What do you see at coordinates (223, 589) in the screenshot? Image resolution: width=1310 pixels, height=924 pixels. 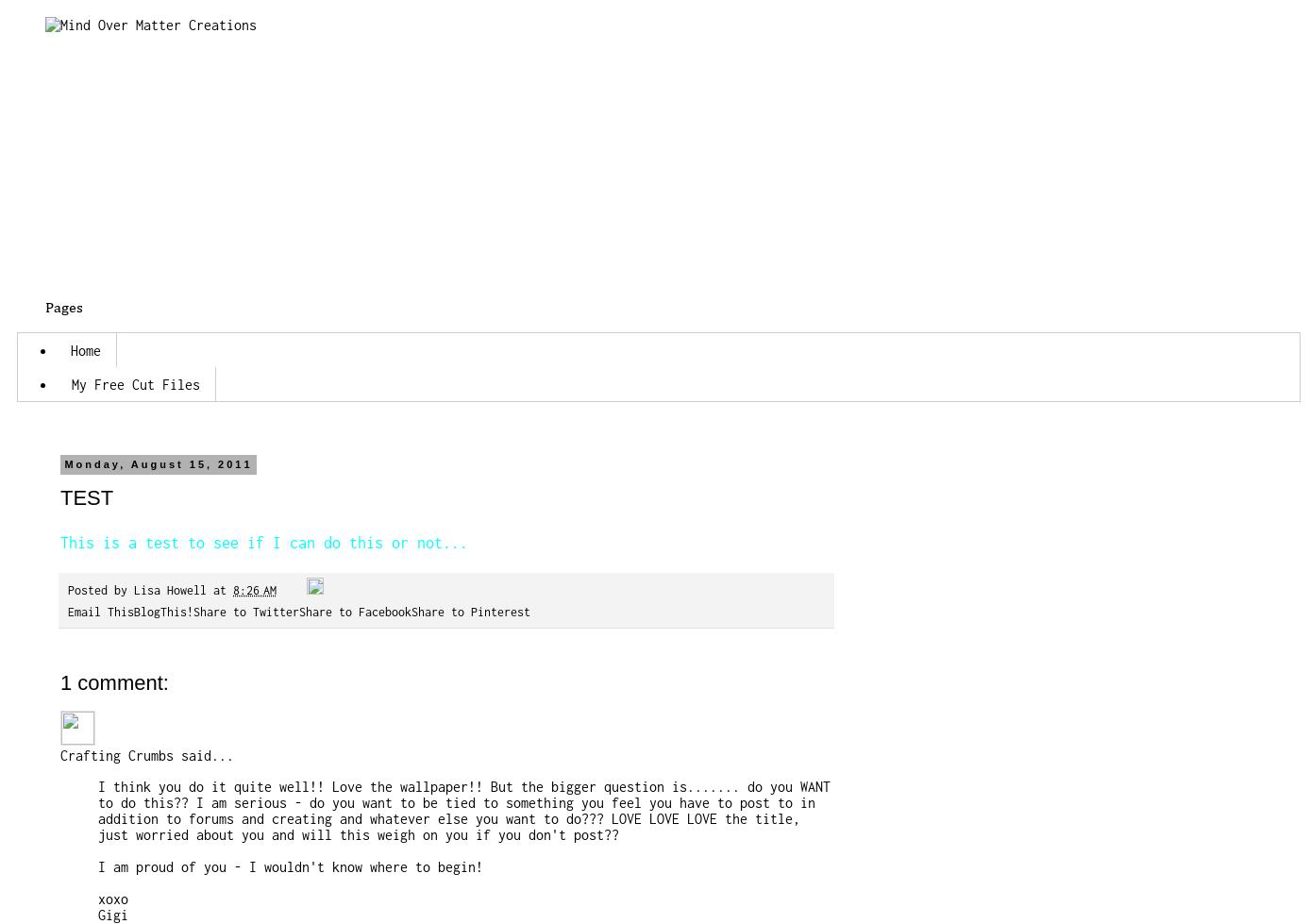 I see `'at'` at bounding box center [223, 589].